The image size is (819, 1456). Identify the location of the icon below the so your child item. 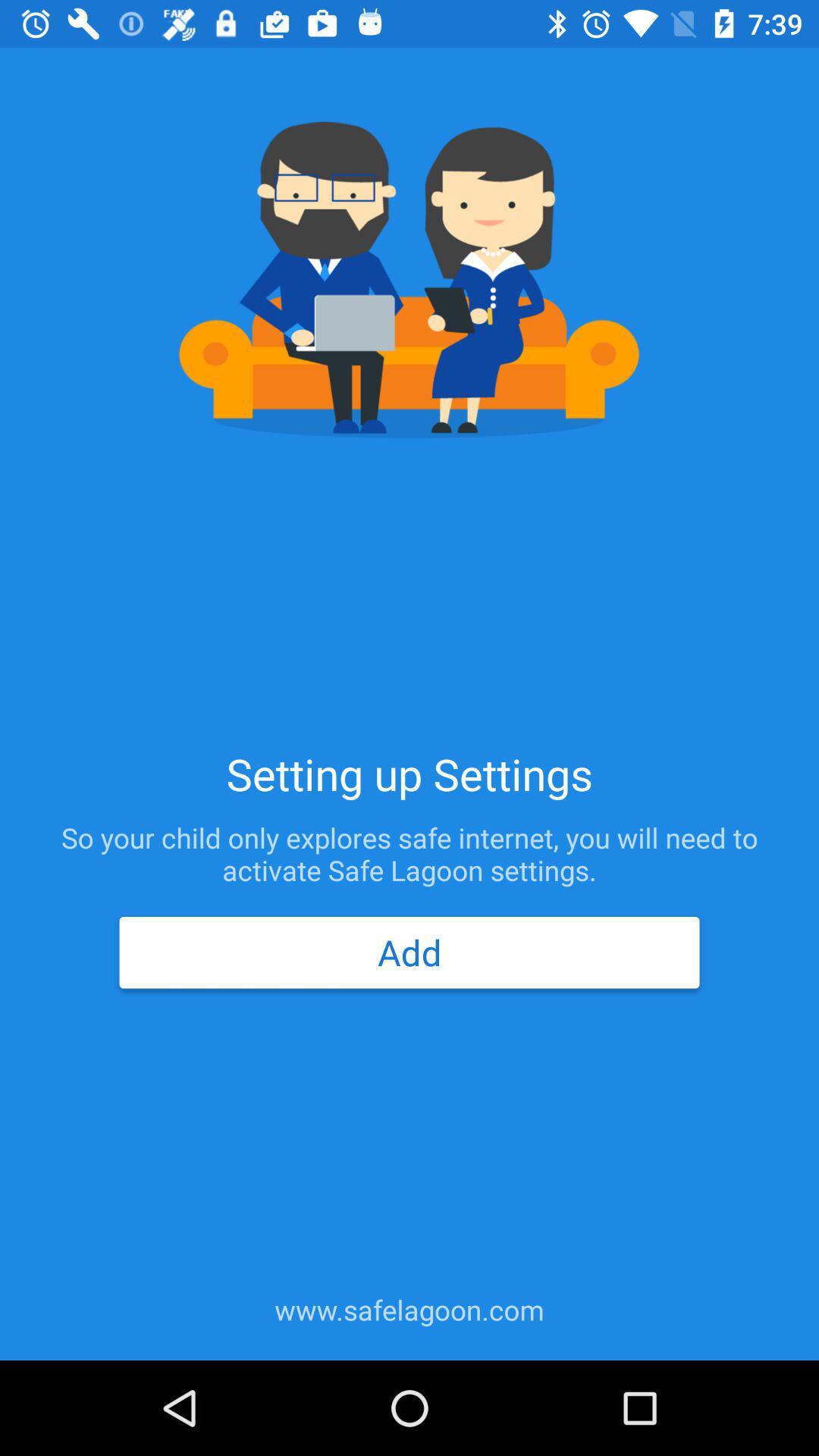
(409, 952).